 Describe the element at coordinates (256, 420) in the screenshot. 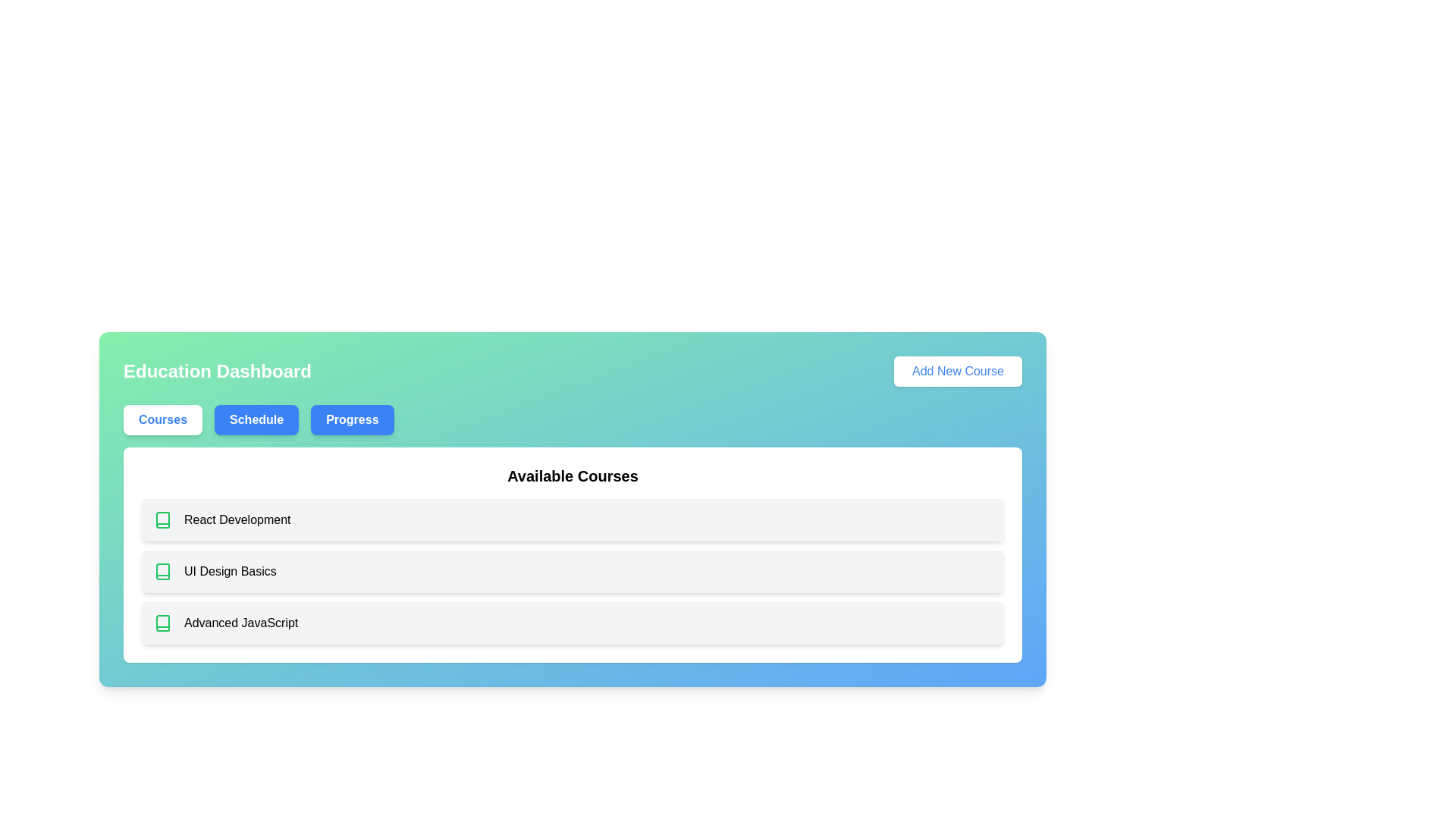

I see `the 'Schedule' tab-like button with white text on a blue background` at that location.